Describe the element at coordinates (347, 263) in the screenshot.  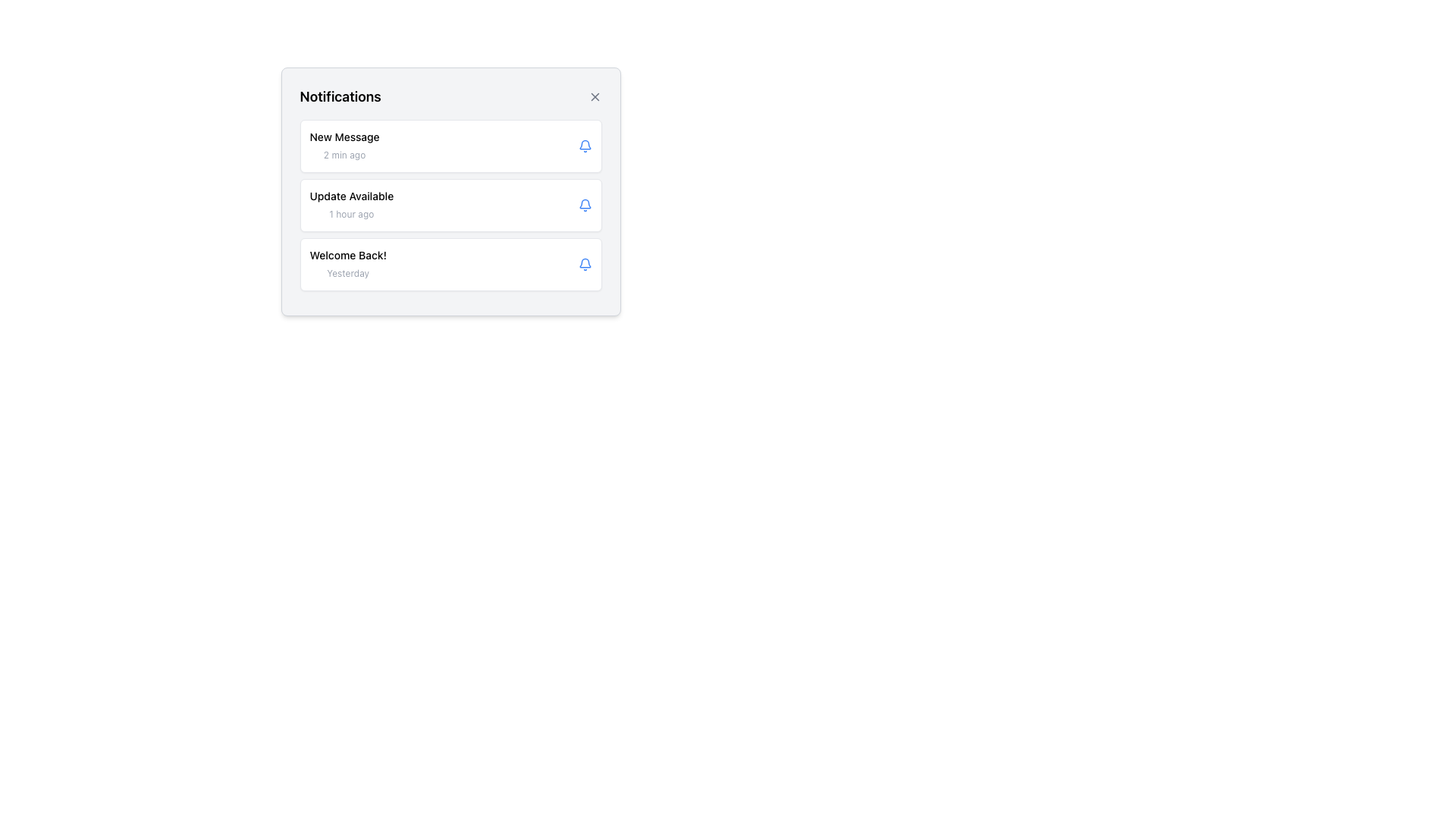
I see `greeting message and timestamp from the text block located in the bottommost card-like notification item of the vertical list` at that location.